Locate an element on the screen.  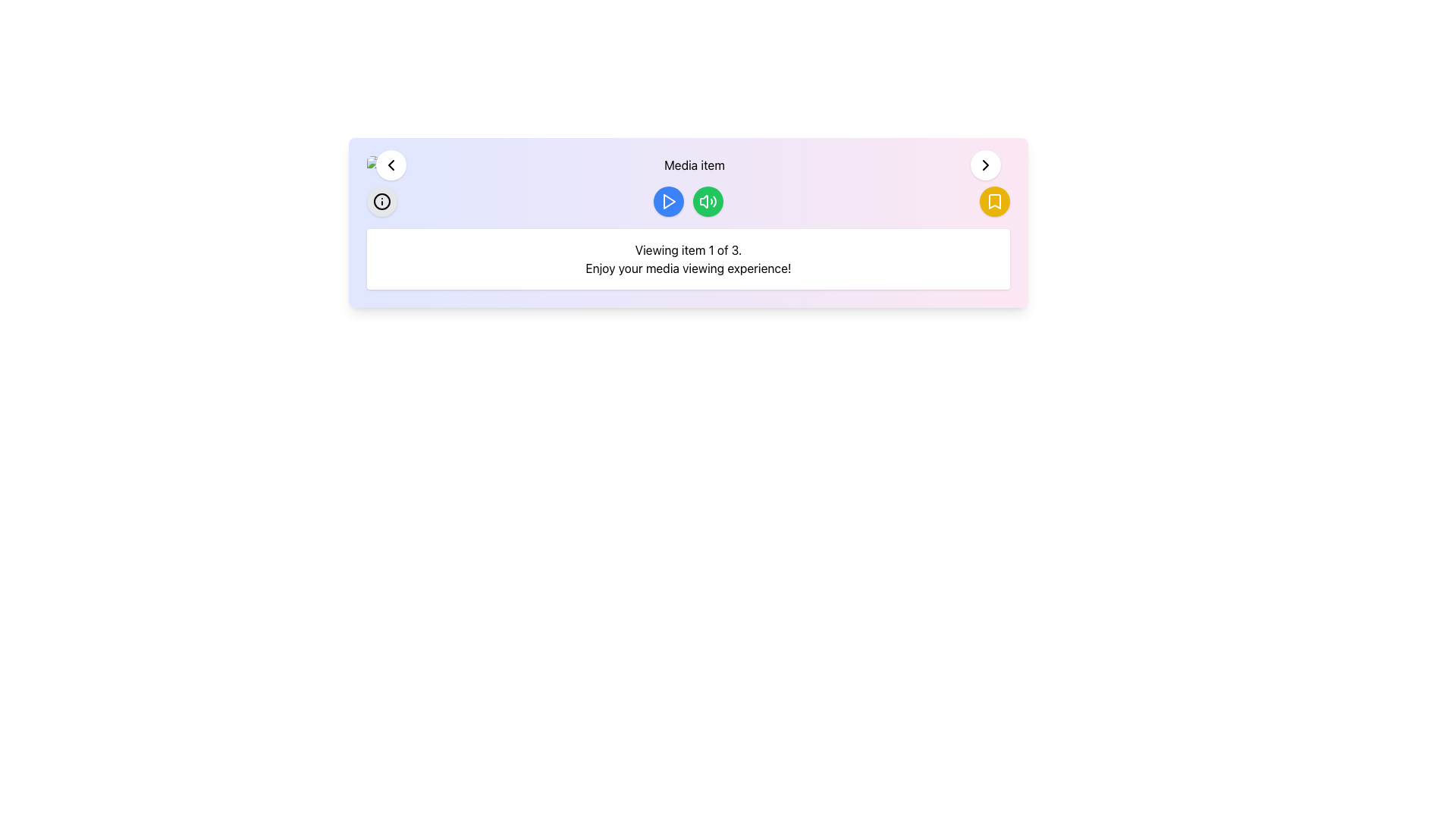
the left-pointing chevron arrow icon button for navigation to go back is located at coordinates (391, 165).